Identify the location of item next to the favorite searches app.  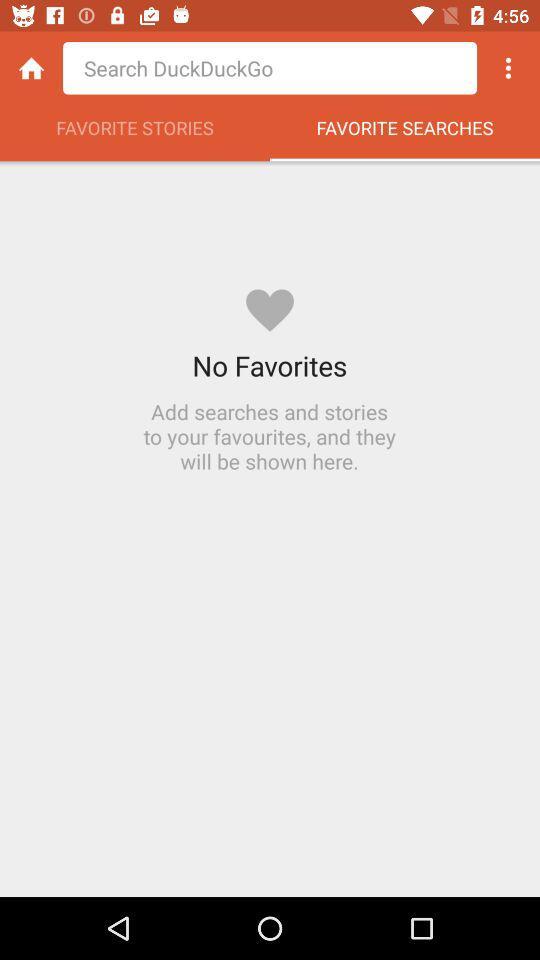
(135, 132).